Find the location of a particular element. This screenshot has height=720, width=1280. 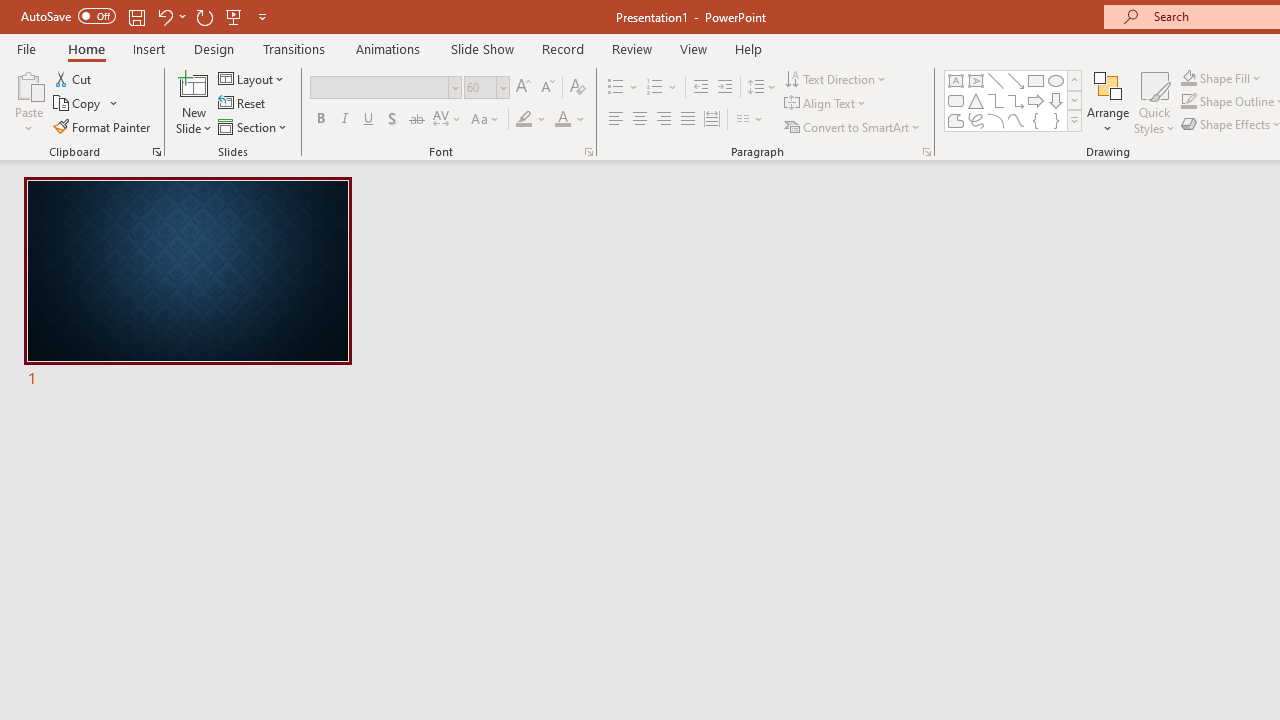

'Quick Styles' is located at coordinates (1154, 103).